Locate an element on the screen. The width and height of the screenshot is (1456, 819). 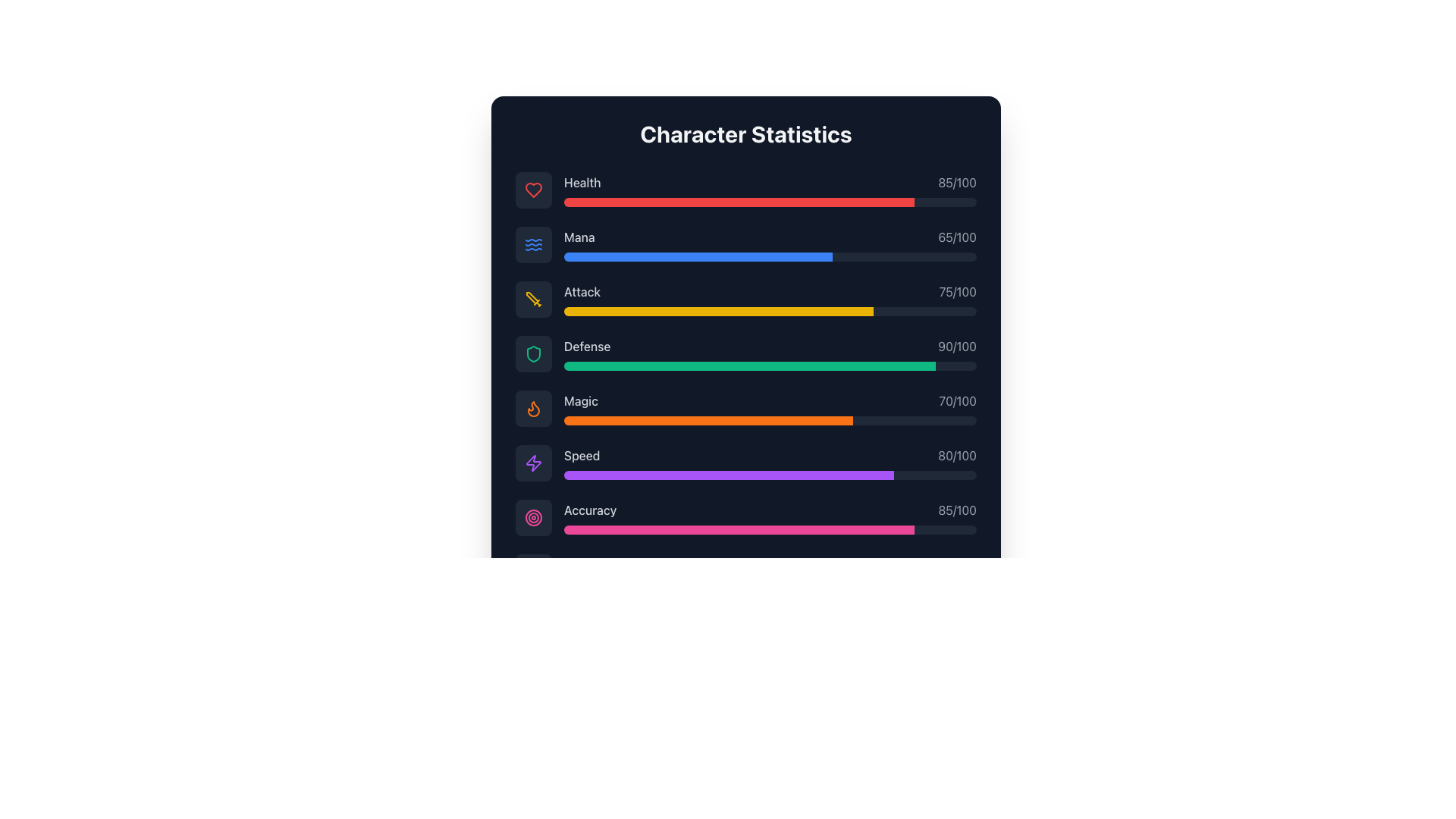
the progress bar representing 'Defense' with a value of '90/100', which is the fourth item in the vertical statistics list is located at coordinates (770, 366).